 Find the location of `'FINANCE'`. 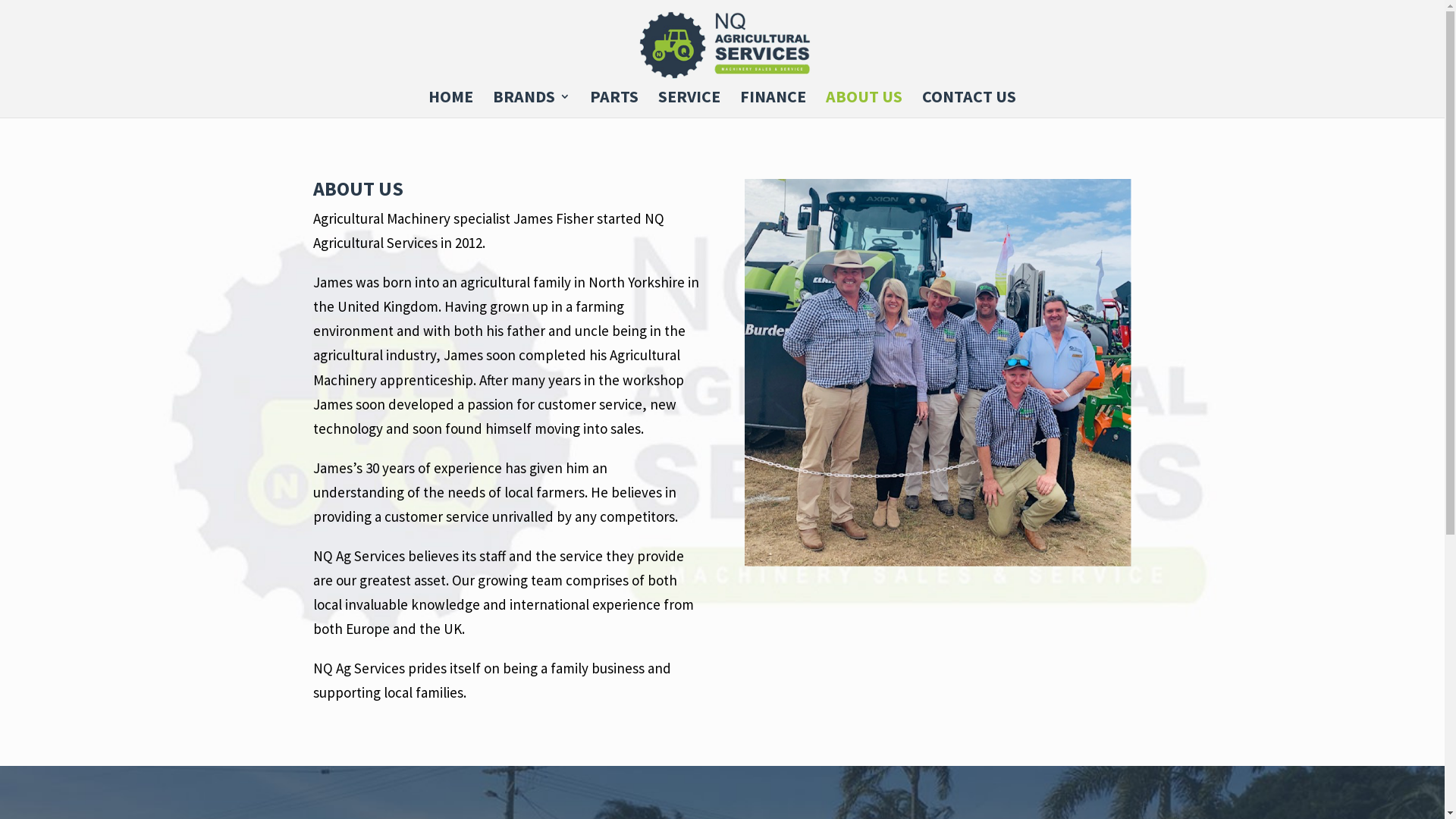

'FINANCE' is located at coordinates (739, 103).